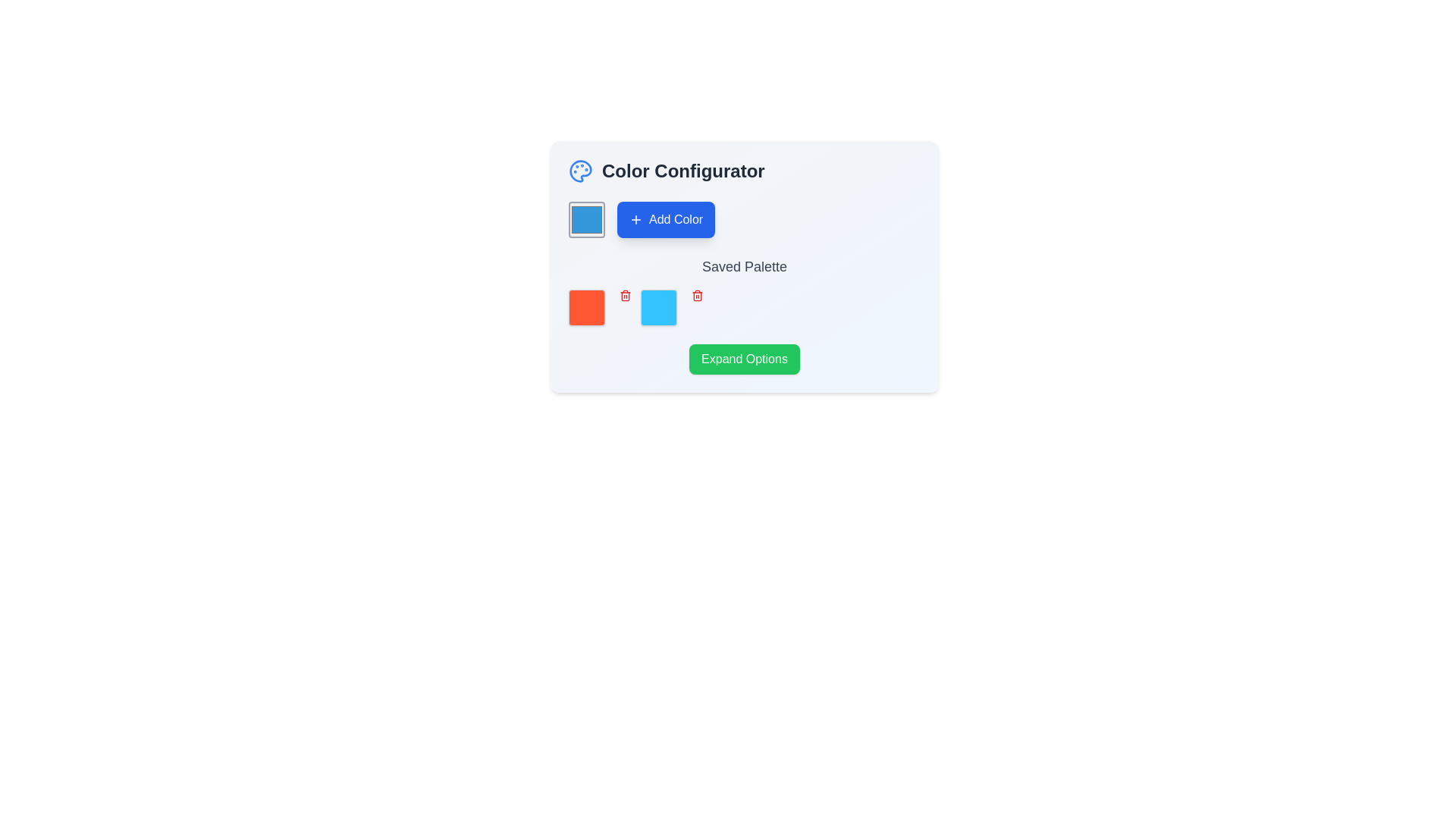 The height and width of the screenshot is (819, 1456). What do you see at coordinates (626, 295) in the screenshot?
I see `the delete button located at the top-right corner of the blue color box in the 'Saved Palette' section` at bounding box center [626, 295].